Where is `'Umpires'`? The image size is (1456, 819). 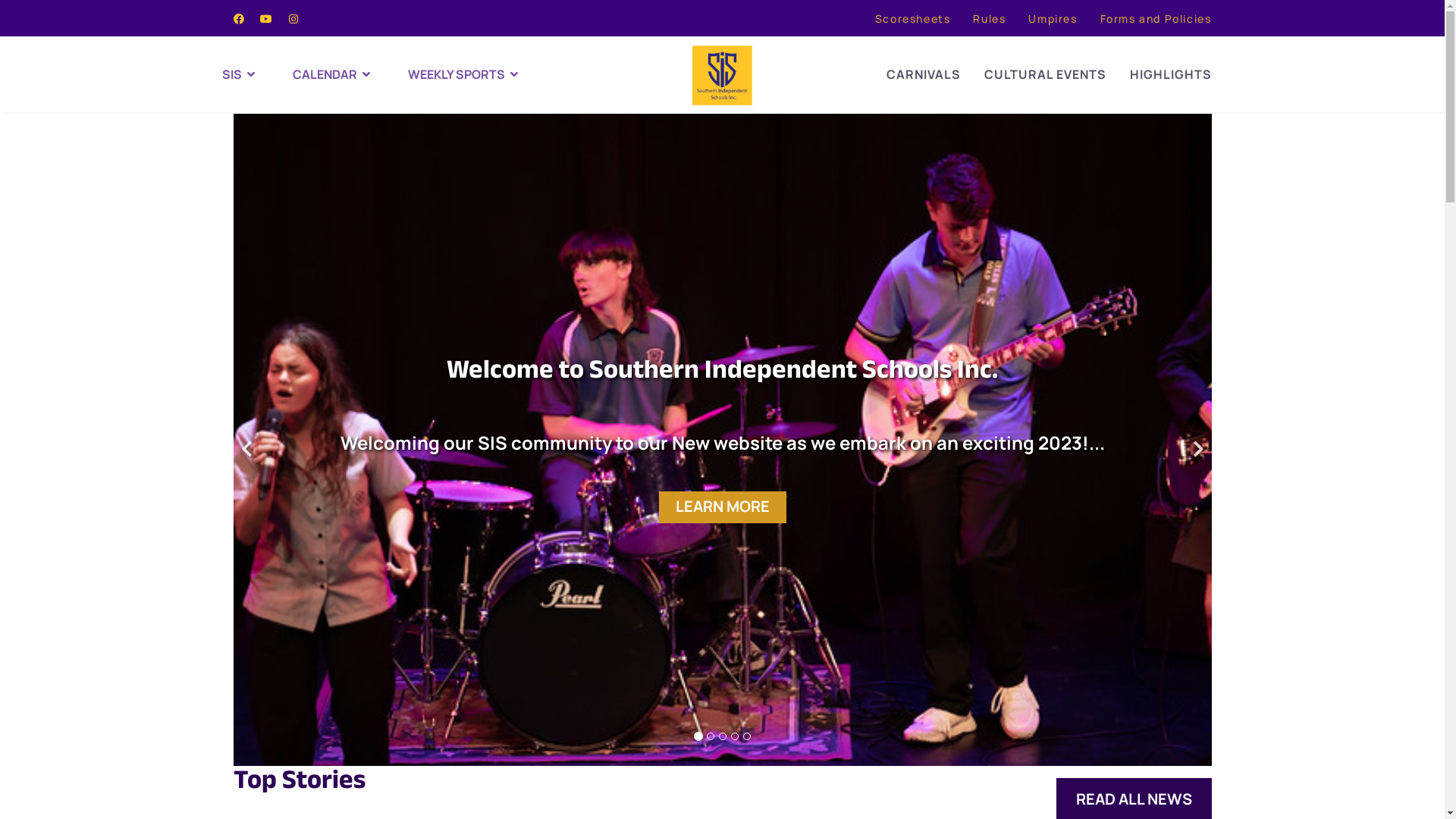 'Umpires' is located at coordinates (1051, 18).